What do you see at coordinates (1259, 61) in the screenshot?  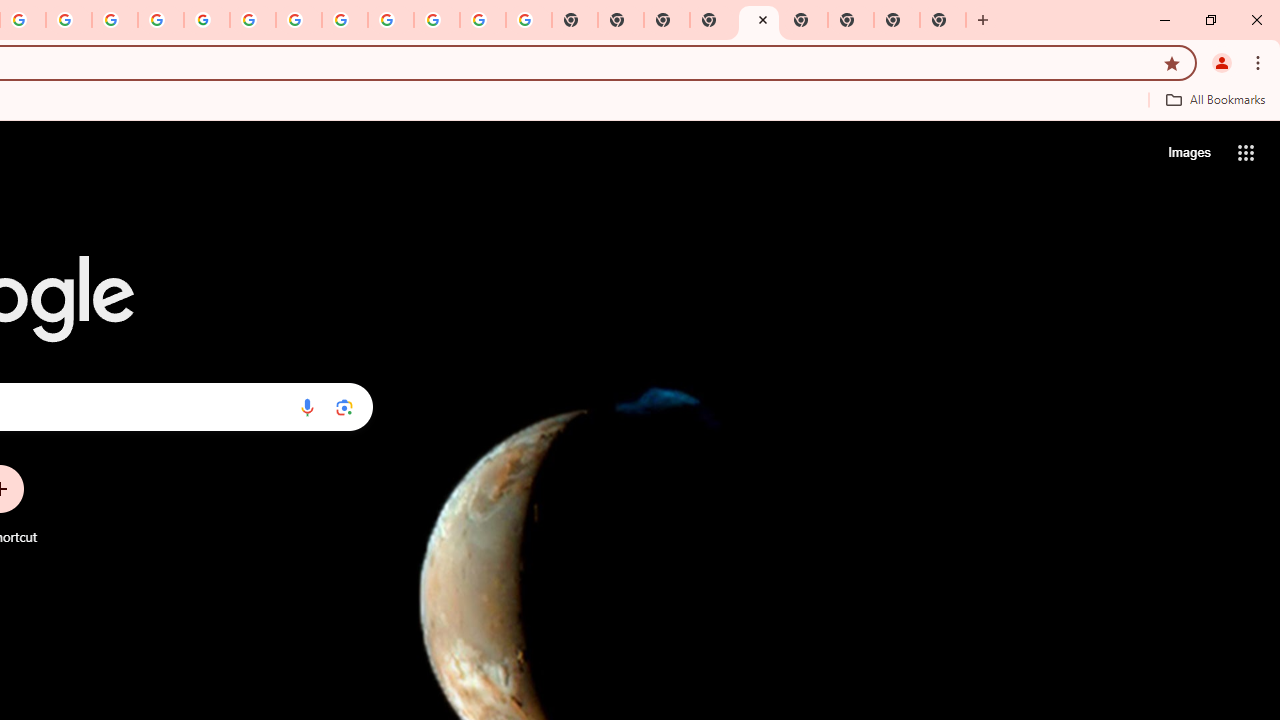 I see `'Chrome'` at bounding box center [1259, 61].